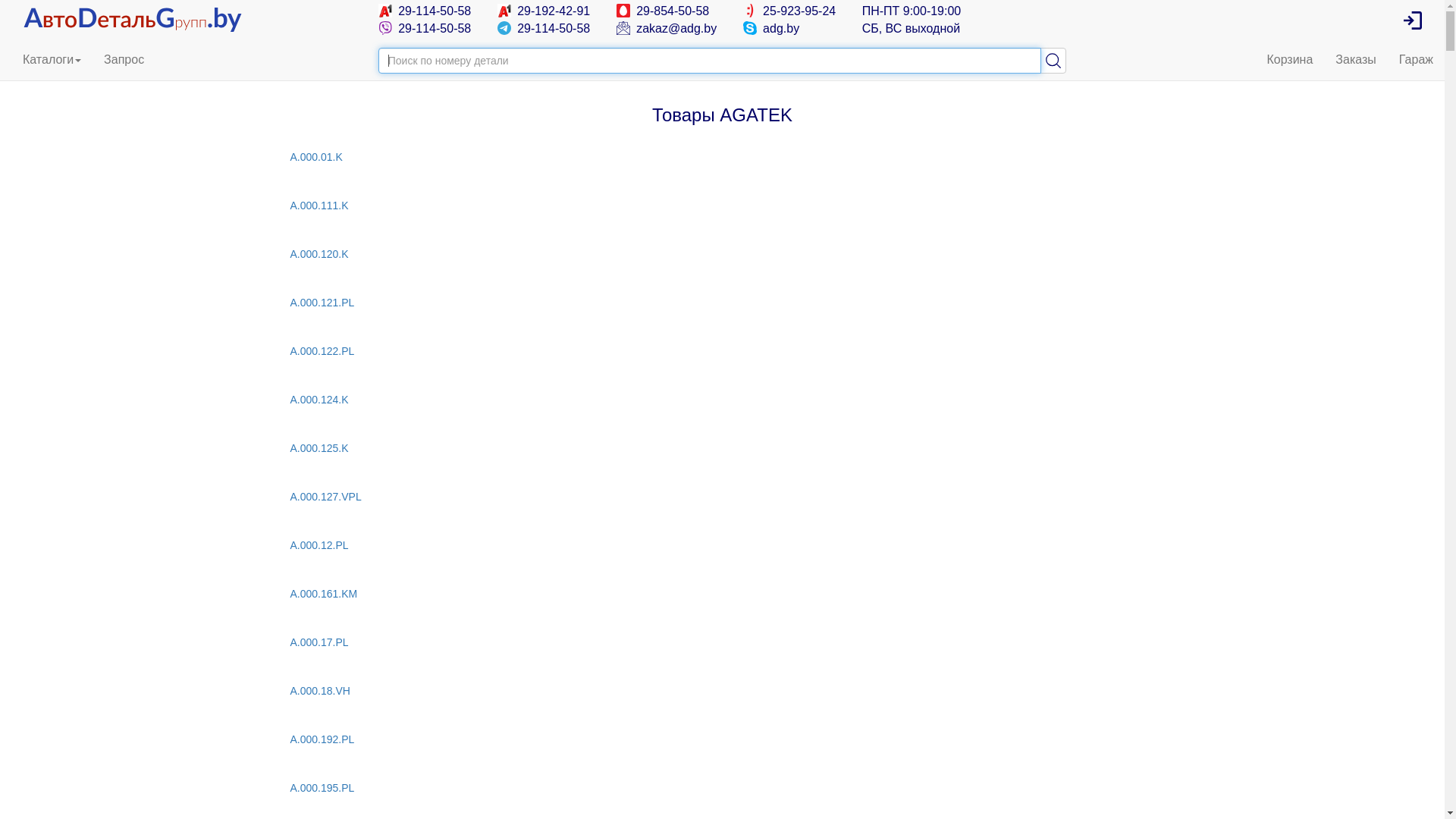  What do you see at coordinates (425, 28) in the screenshot?
I see `'29-114-50-58'` at bounding box center [425, 28].